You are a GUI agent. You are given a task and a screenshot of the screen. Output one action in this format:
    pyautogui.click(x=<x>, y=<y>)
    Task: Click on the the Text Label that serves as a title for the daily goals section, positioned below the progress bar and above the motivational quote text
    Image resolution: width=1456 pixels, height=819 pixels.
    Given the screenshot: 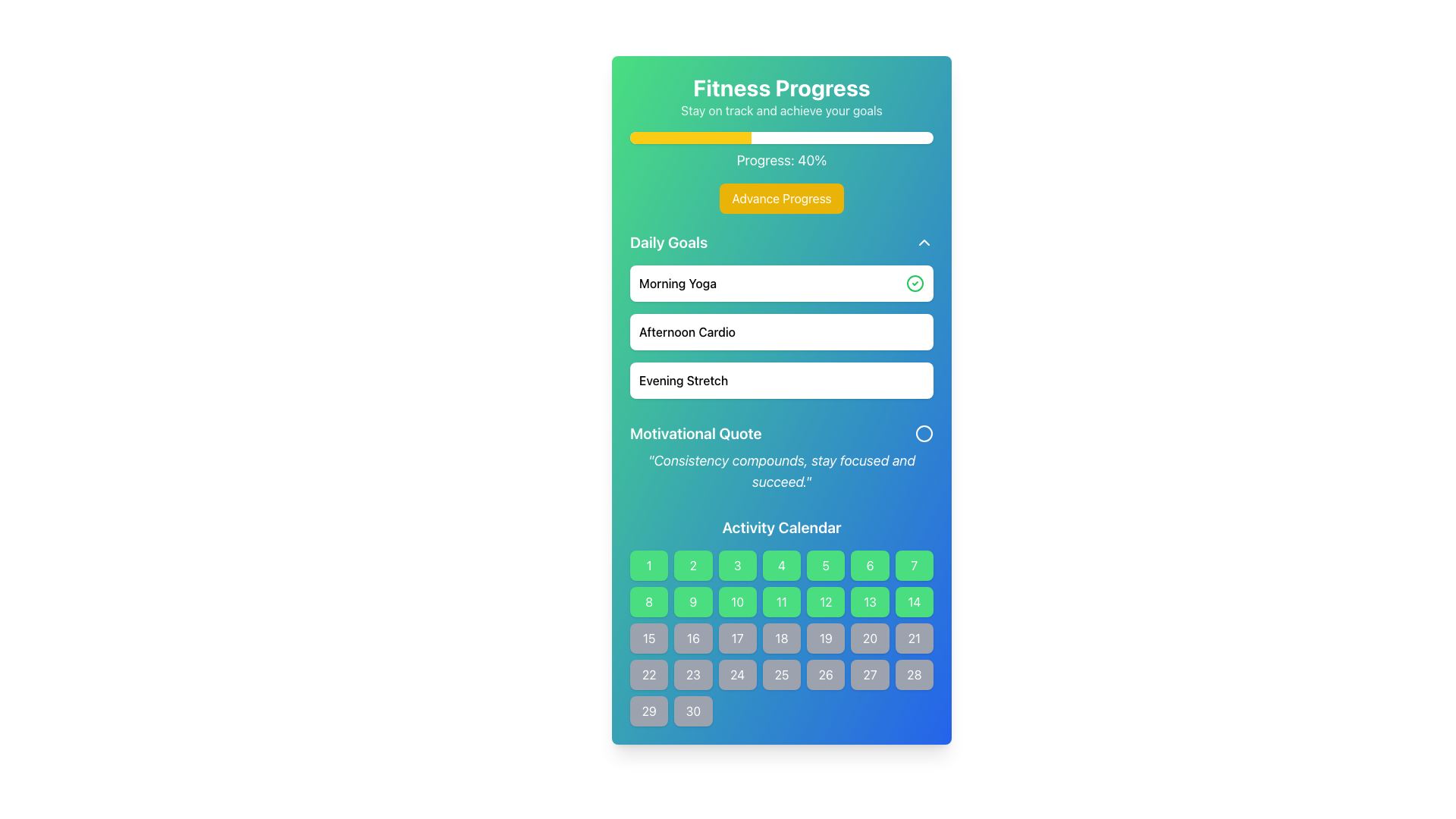 What is the action you would take?
    pyautogui.click(x=668, y=242)
    